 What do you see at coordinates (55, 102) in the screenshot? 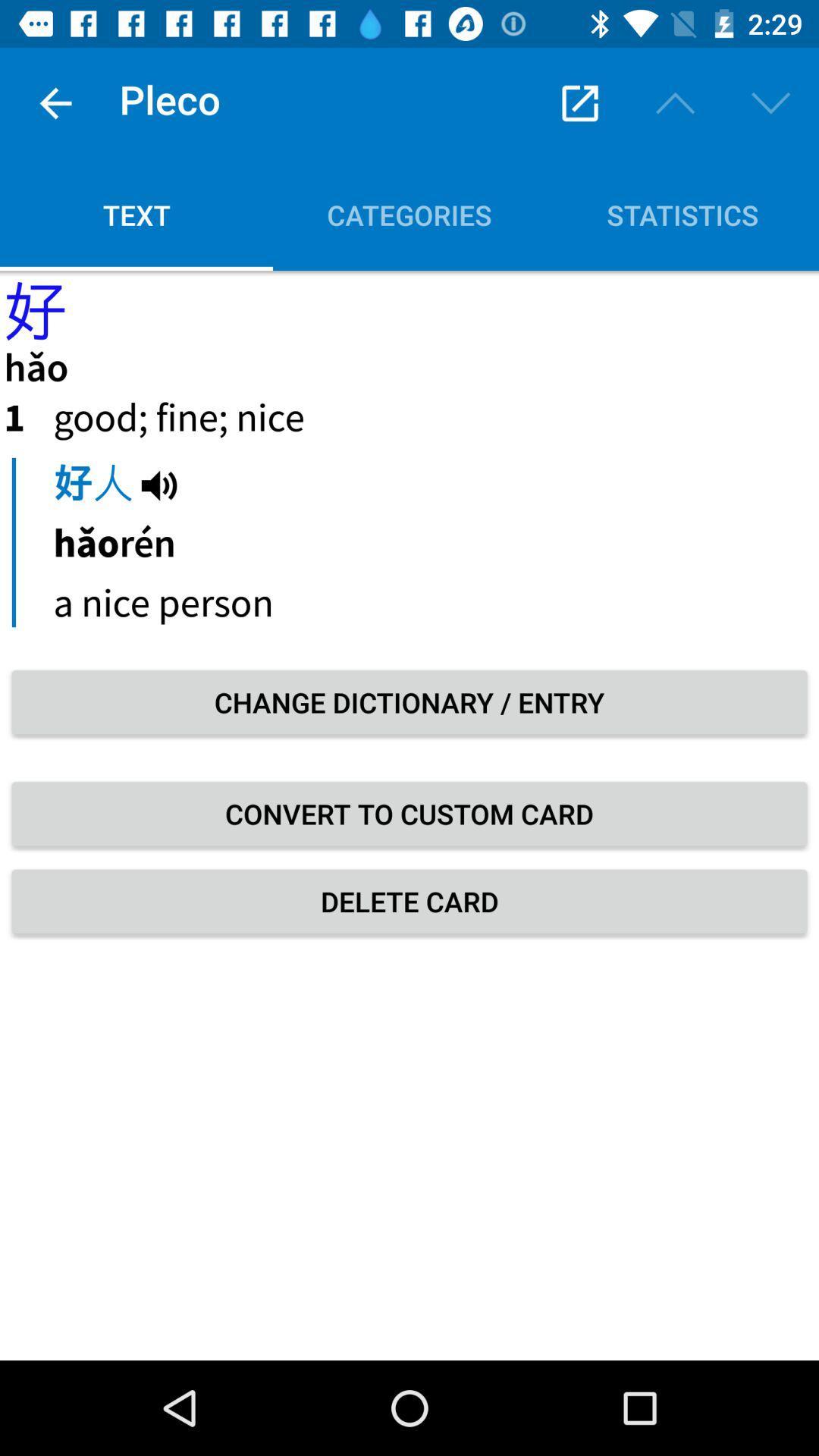
I see `item to the left of the pleco` at bounding box center [55, 102].